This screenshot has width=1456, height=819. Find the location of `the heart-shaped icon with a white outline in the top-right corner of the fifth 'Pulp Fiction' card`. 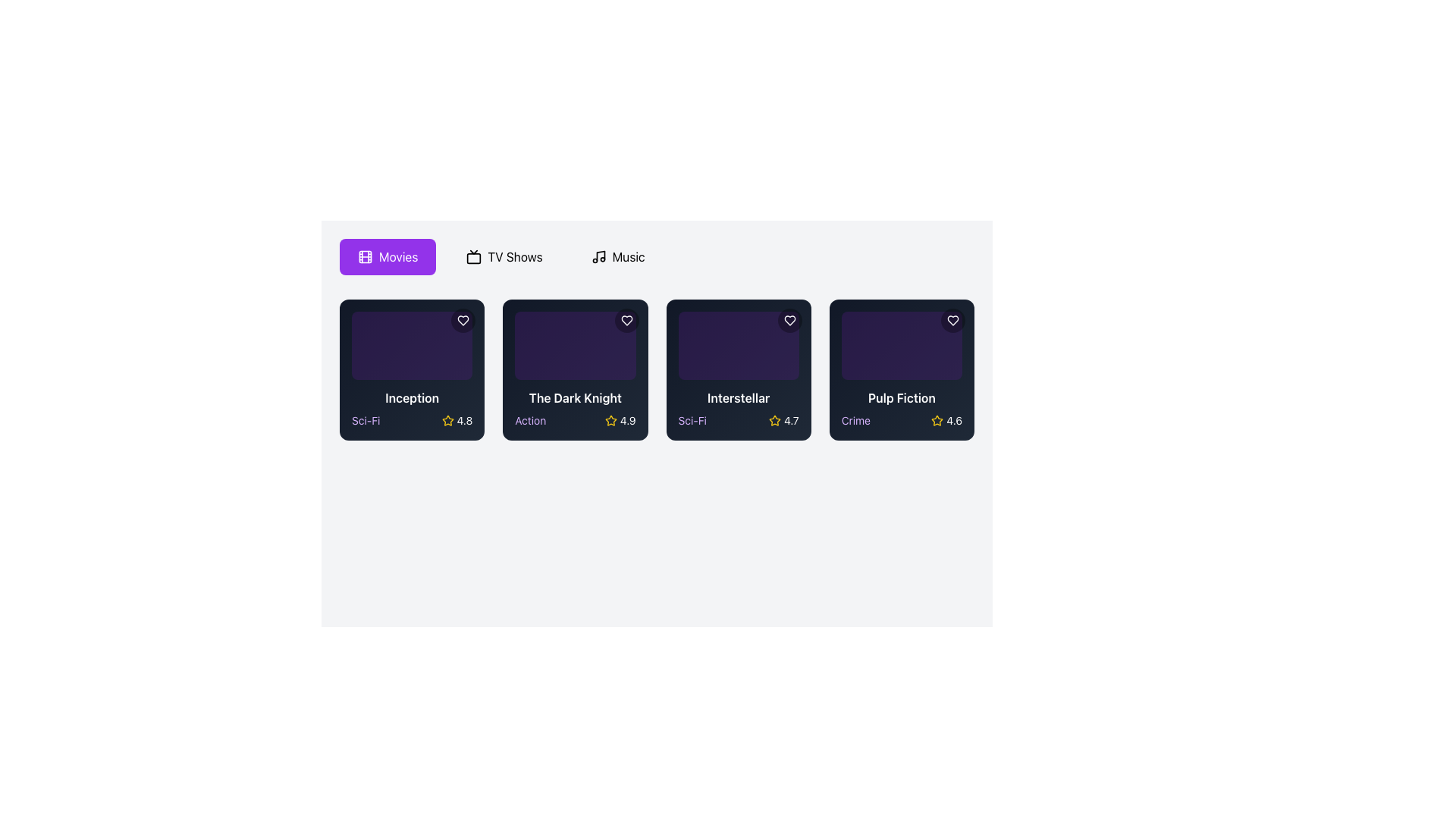

the heart-shaped icon with a white outline in the top-right corner of the fifth 'Pulp Fiction' card is located at coordinates (952, 320).